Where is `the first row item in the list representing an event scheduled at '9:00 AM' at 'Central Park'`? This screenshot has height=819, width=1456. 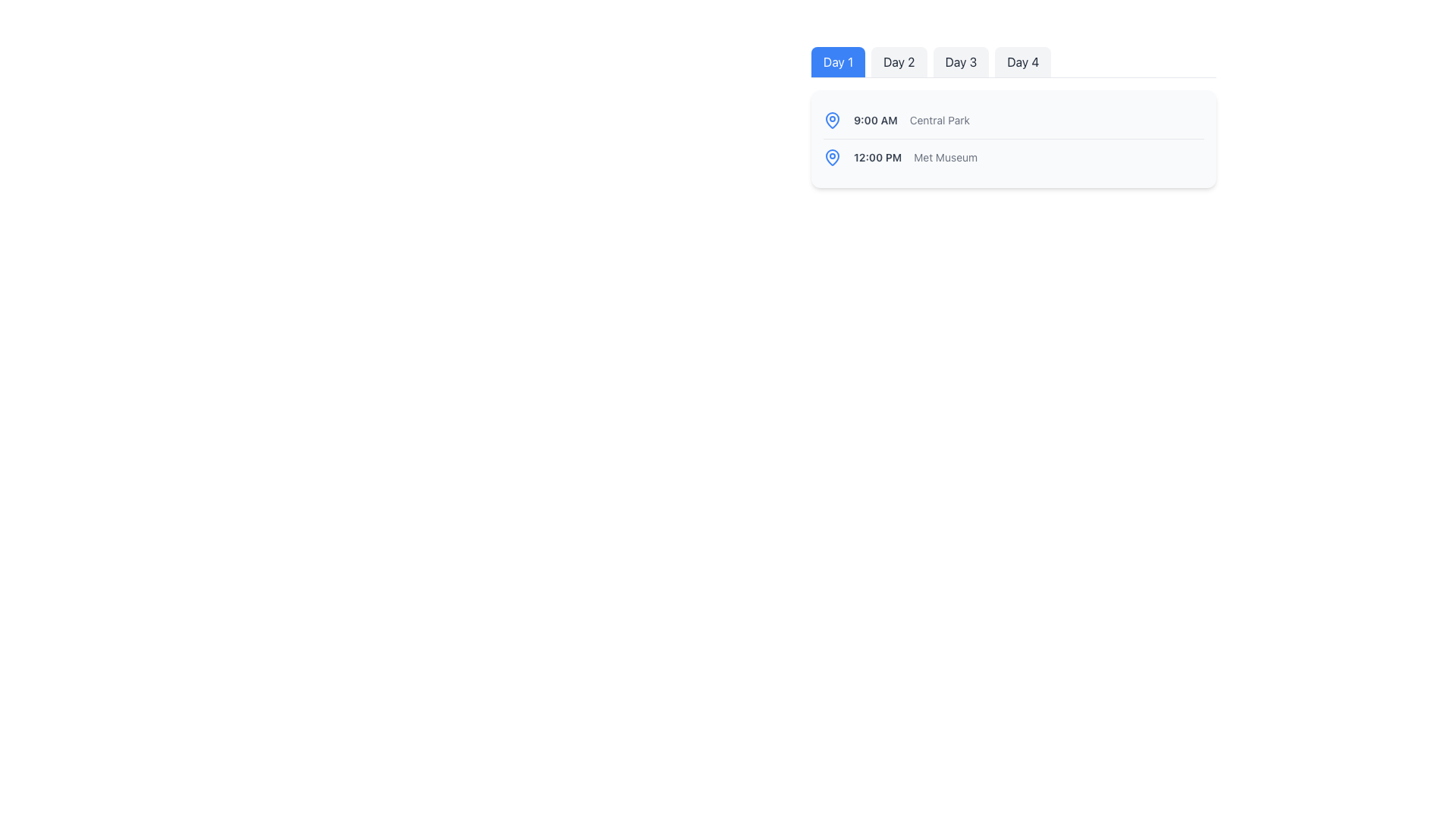
the first row item in the list representing an event scheduled at '9:00 AM' at 'Central Park' is located at coordinates (1014, 119).